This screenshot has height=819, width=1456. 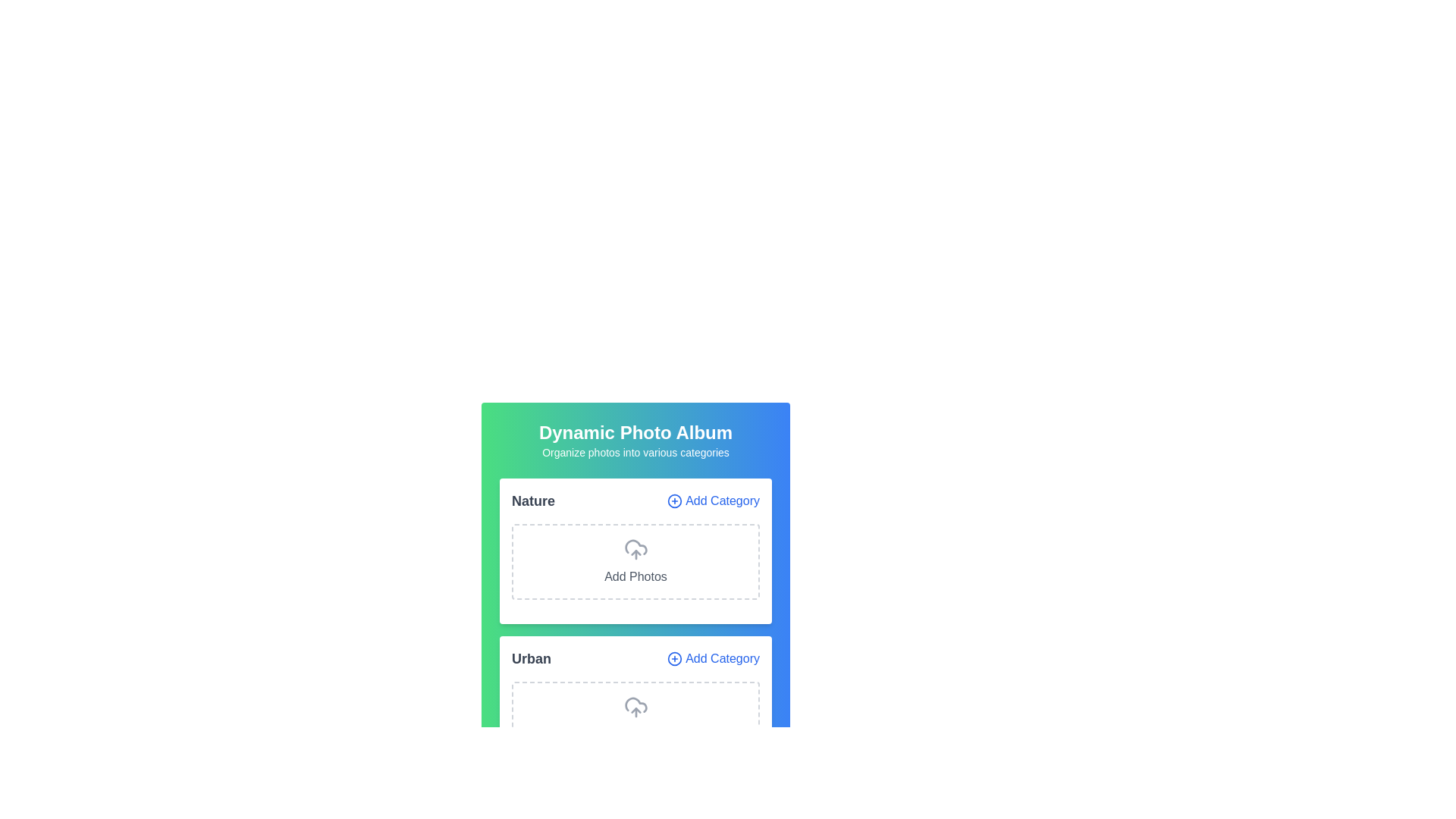 I want to click on the upload icon centered within the dashed-bordered box labeled 'Add Photos' in the 'Nature' section to initiate upload, so click(x=635, y=550).